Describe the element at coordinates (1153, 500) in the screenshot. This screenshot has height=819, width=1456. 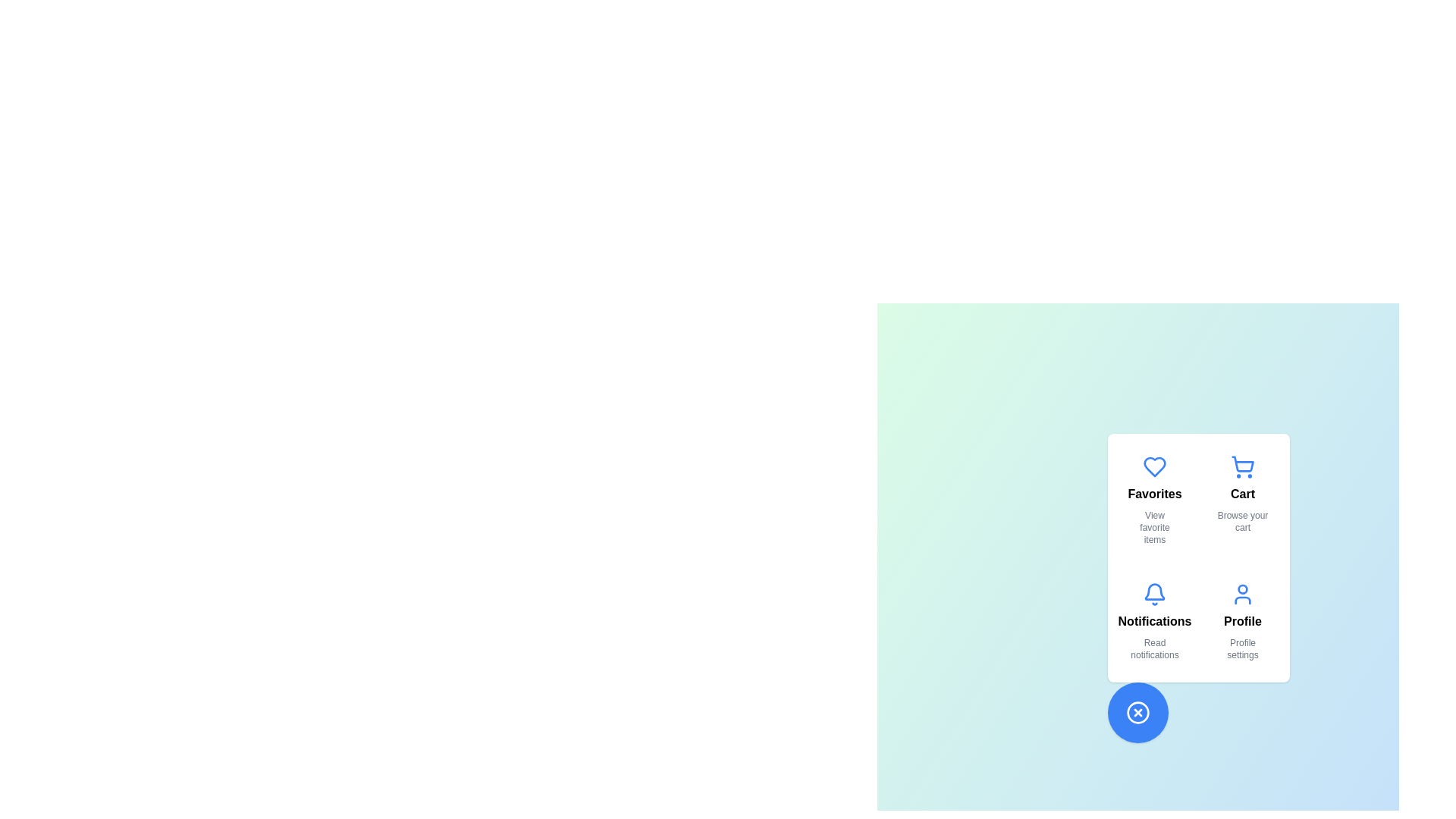
I see `the option Favorites from the displayed options in the InteractiveSpeedDial` at that location.